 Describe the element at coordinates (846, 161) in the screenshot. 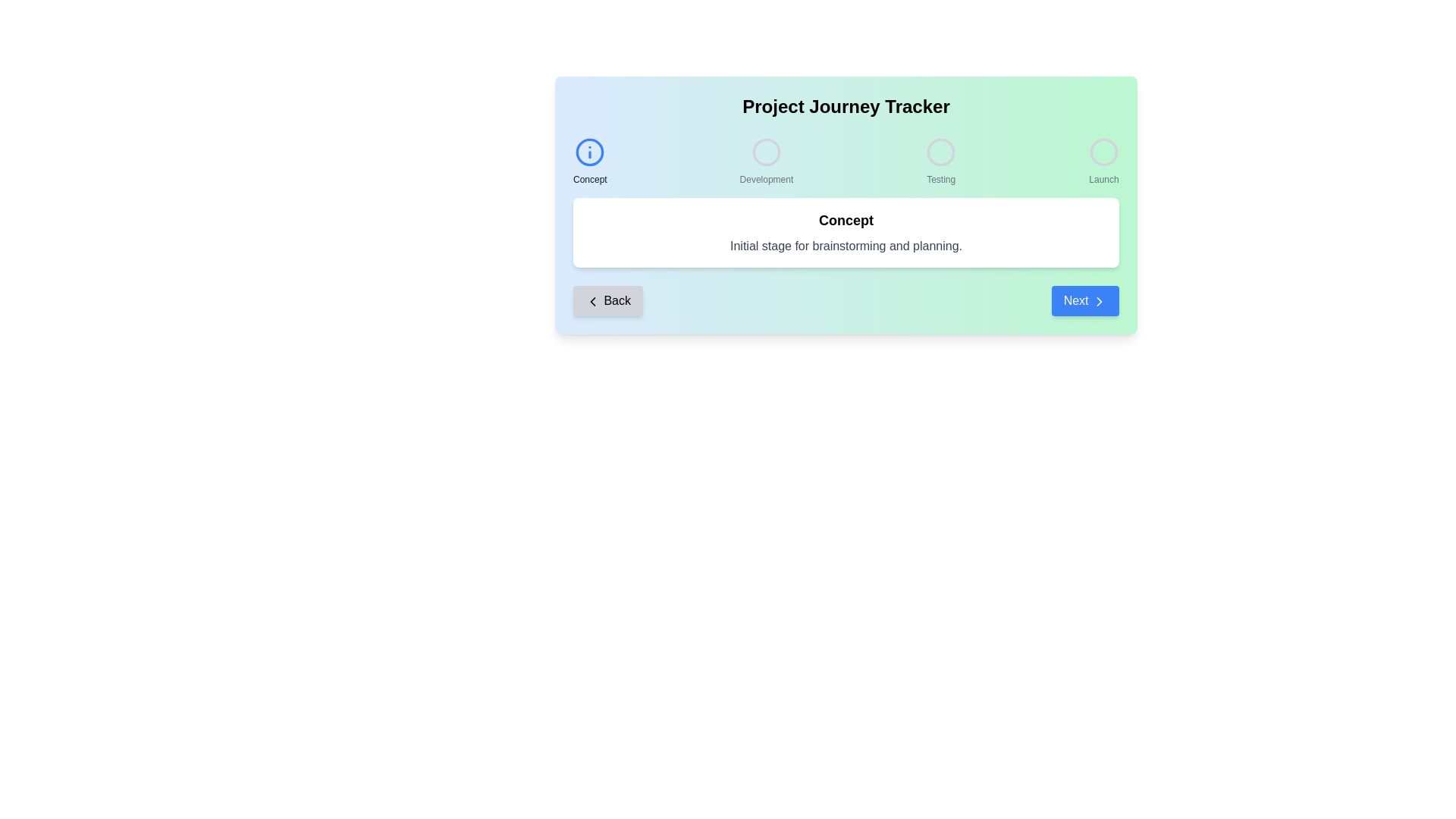

I see `labels of the Progress Indicator, which includes 'Concept', 'Development', 'Testing', and 'Launch' displayed with circular icons, located in the 'Project Journey Tracker' panel` at that location.